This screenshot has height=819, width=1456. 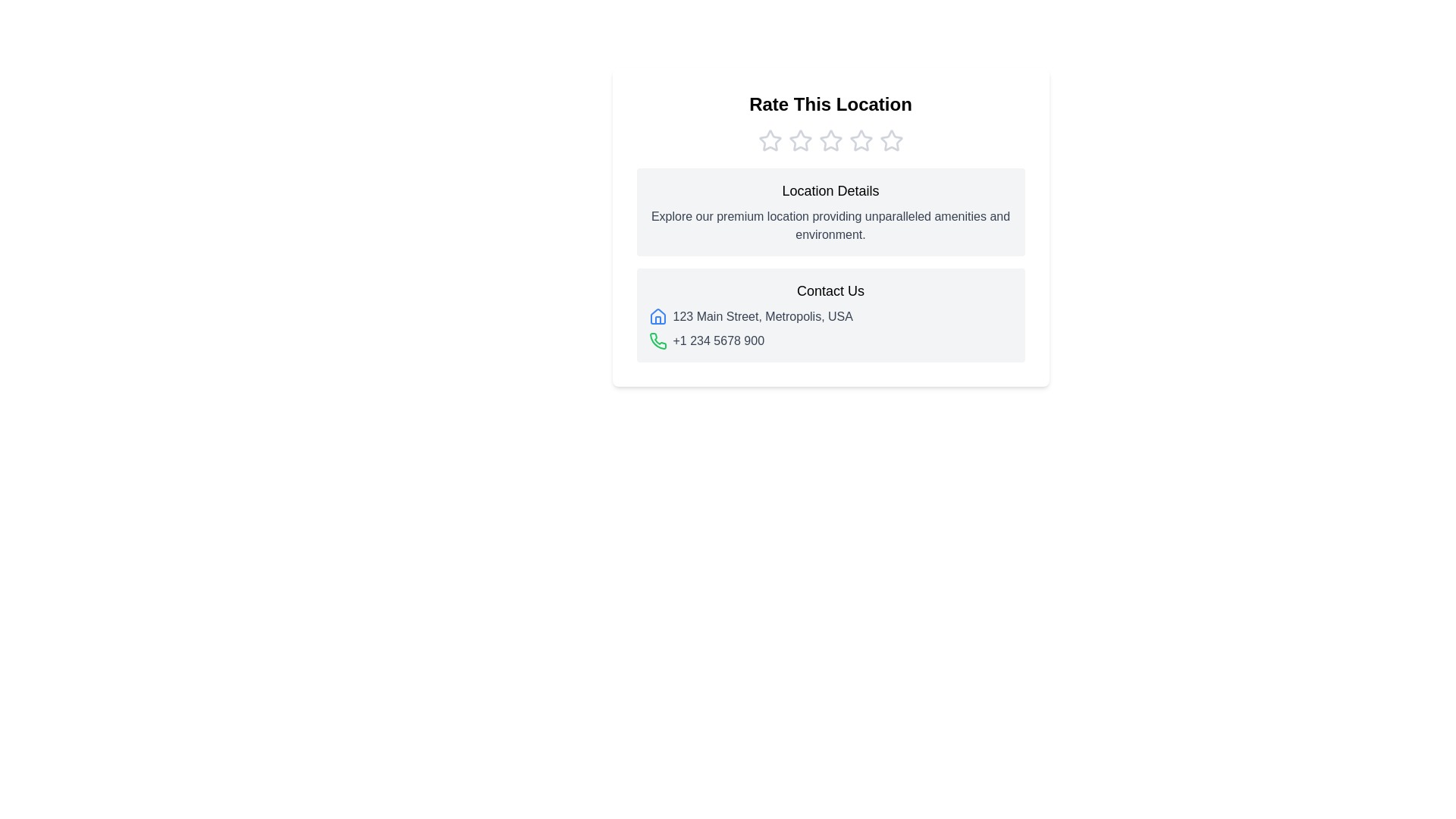 I want to click on title 'Location Details' and the descriptive paragraph in the Information display panel, which has a light gray background and is located below the stars and above the 'Contact Us' section, so click(x=830, y=212).